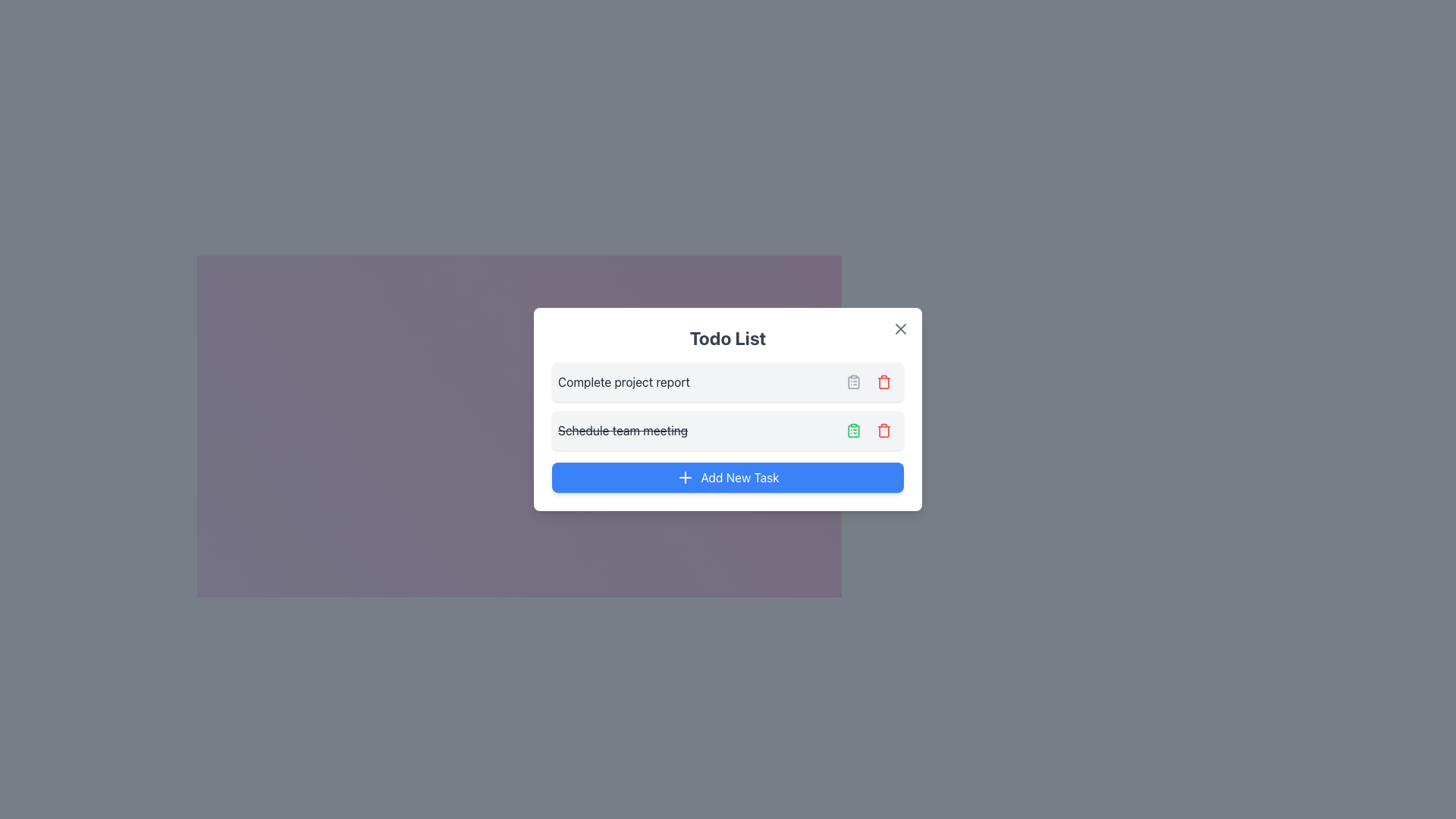 The width and height of the screenshot is (1456, 819). Describe the element at coordinates (623, 430) in the screenshot. I see `the completed task text 'Schedule team meeting' in the 'Todo List' interface, which is styled with a strikethrough and is the second task listed` at that location.